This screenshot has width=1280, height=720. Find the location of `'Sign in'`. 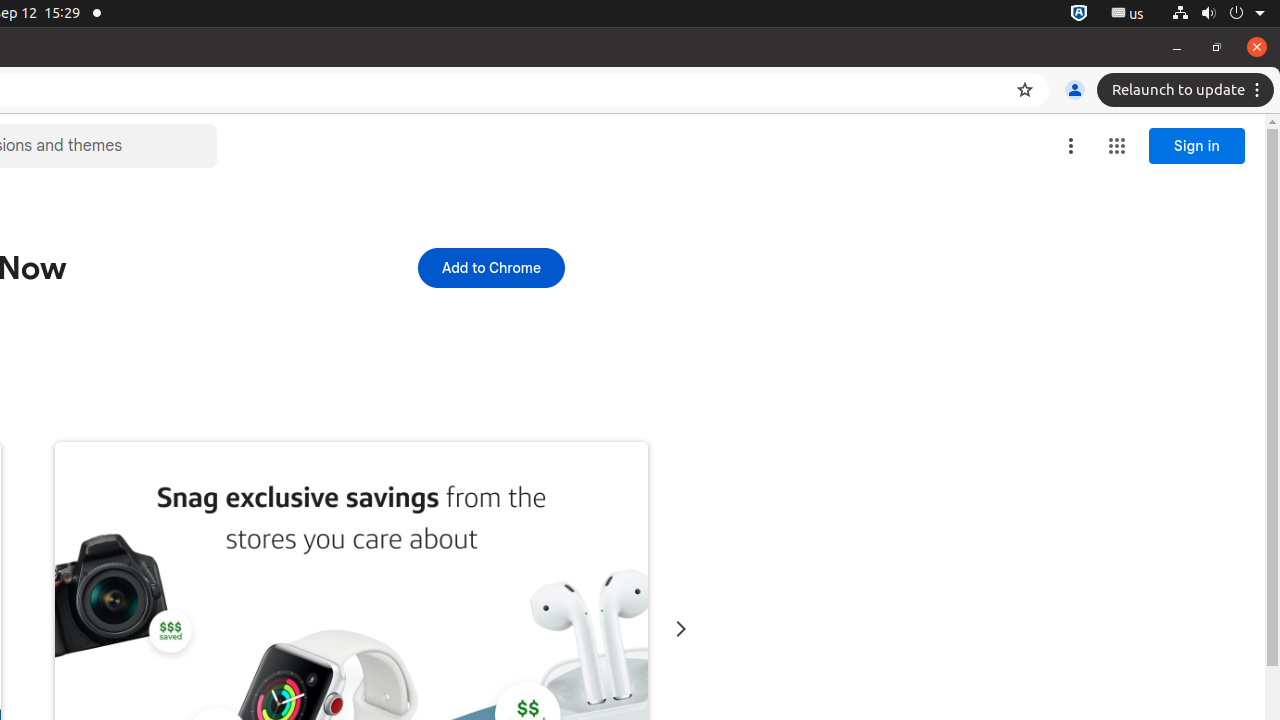

'Sign in' is located at coordinates (1197, 145).